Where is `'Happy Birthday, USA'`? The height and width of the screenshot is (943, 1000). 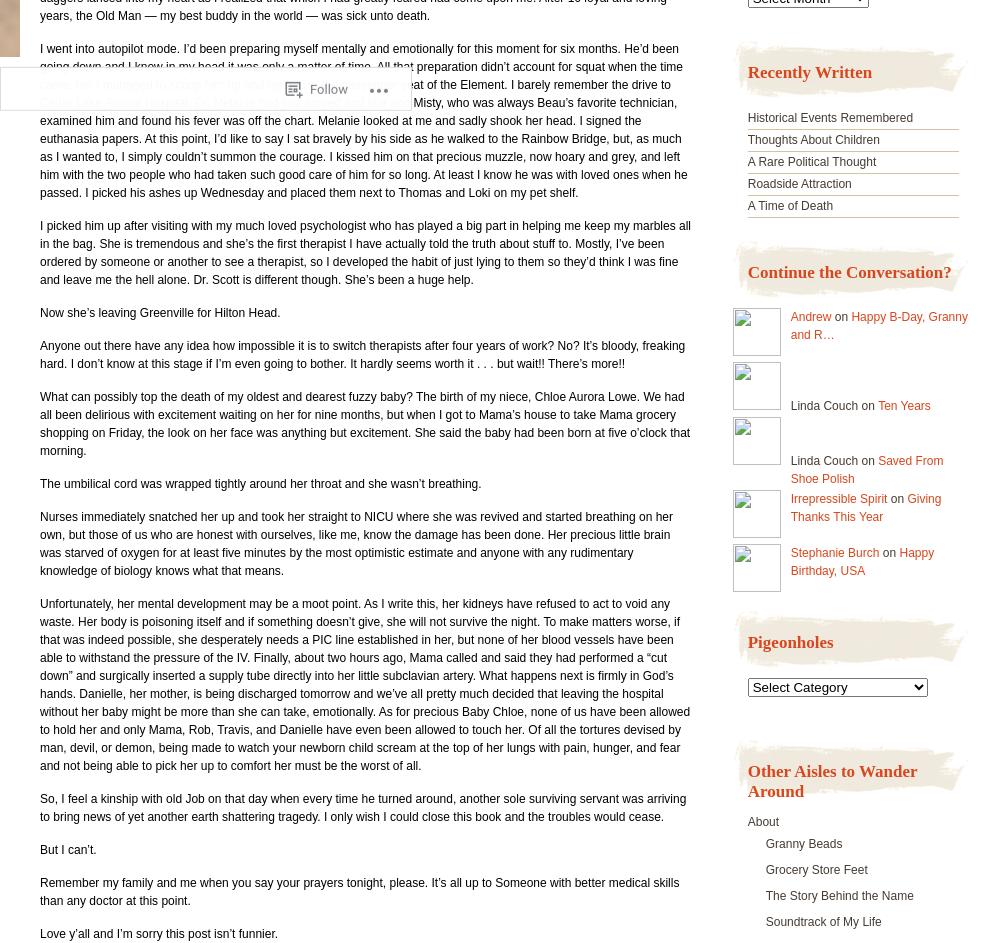 'Happy Birthday, USA' is located at coordinates (861, 562).